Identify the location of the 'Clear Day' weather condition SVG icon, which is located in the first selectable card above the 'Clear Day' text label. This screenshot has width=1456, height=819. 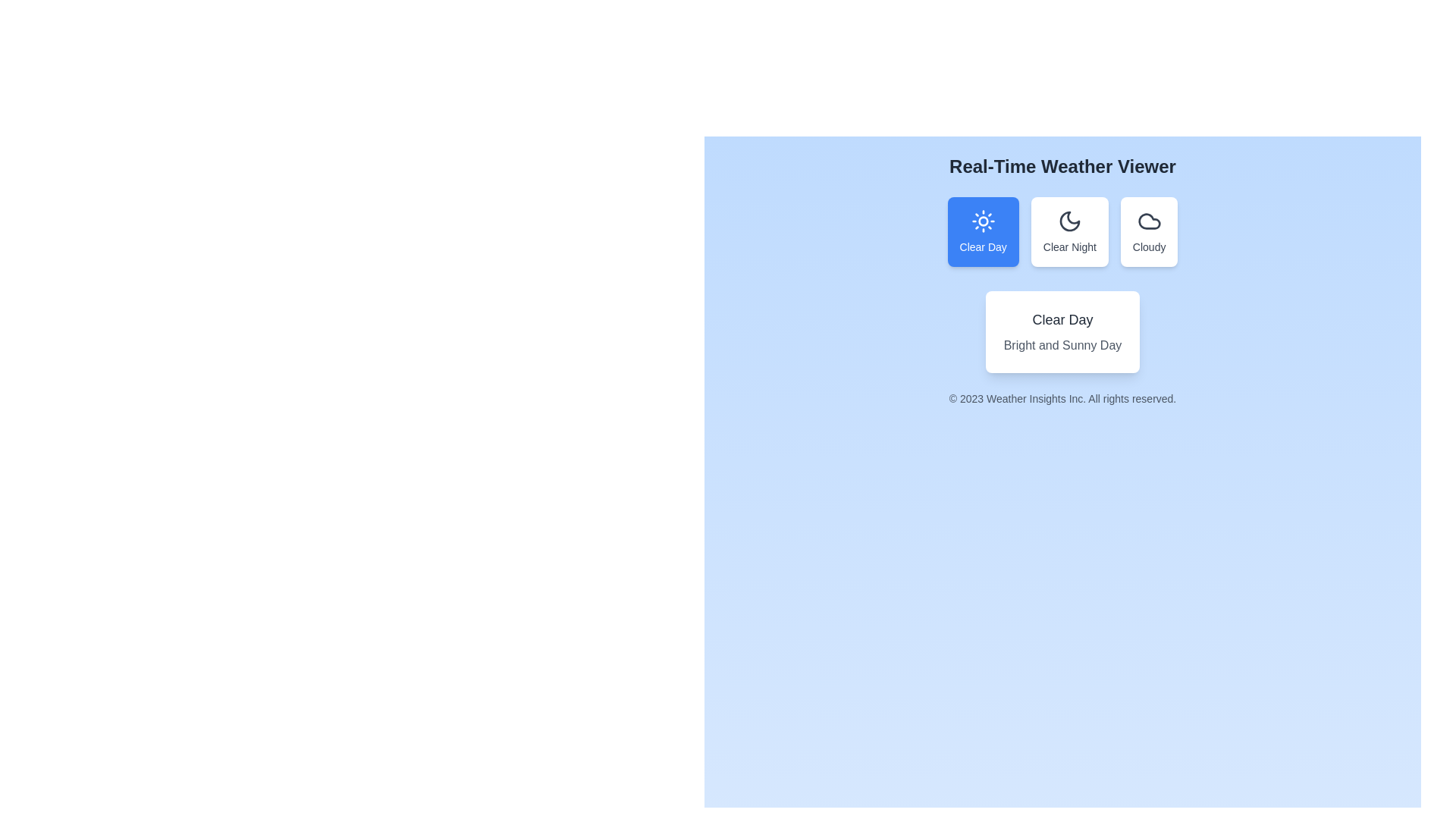
(983, 221).